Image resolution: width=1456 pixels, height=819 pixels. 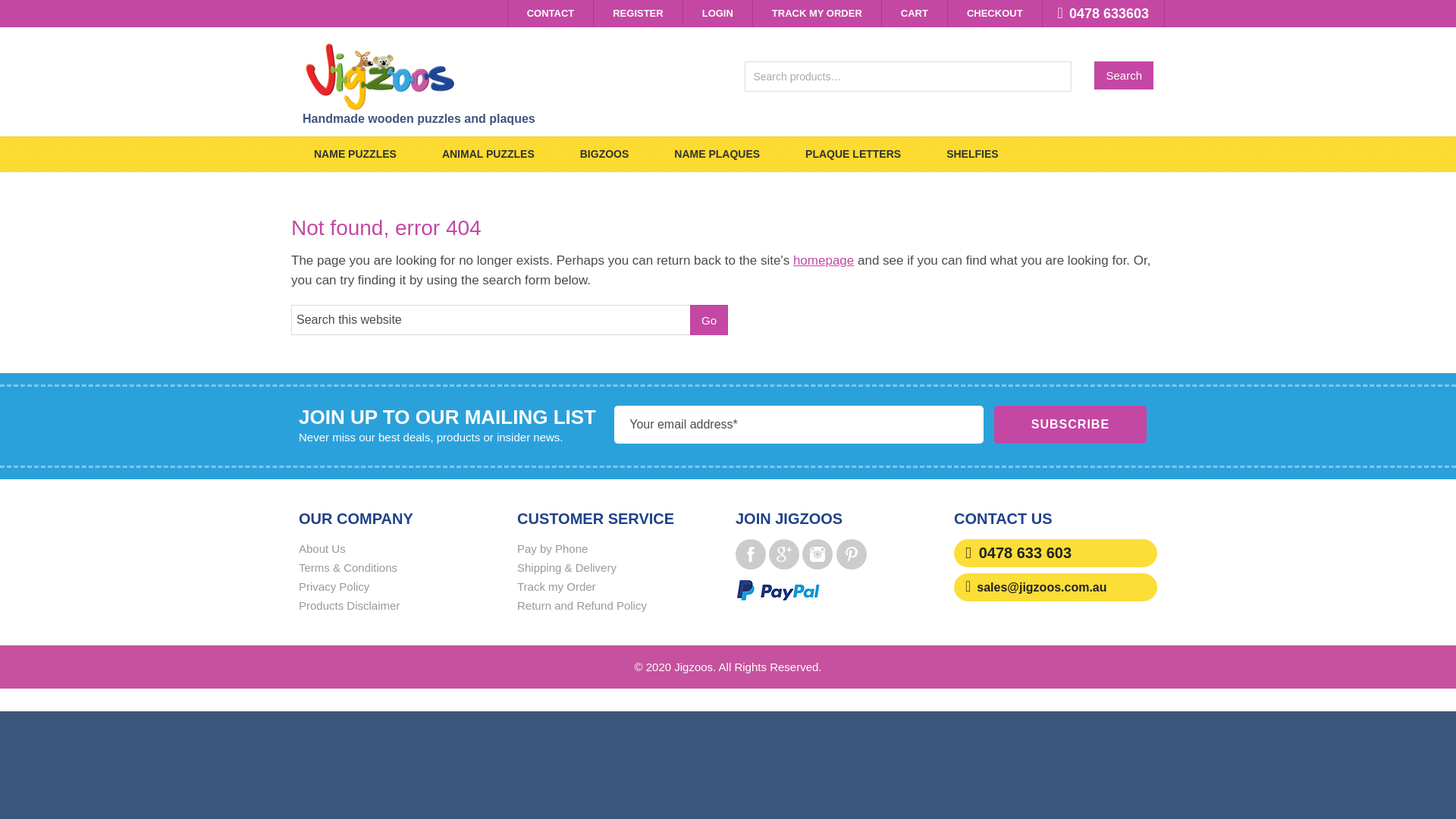 What do you see at coordinates (682, 13) in the screenshot?
I see `'LOGIN'` at bounding box center [682, 13].